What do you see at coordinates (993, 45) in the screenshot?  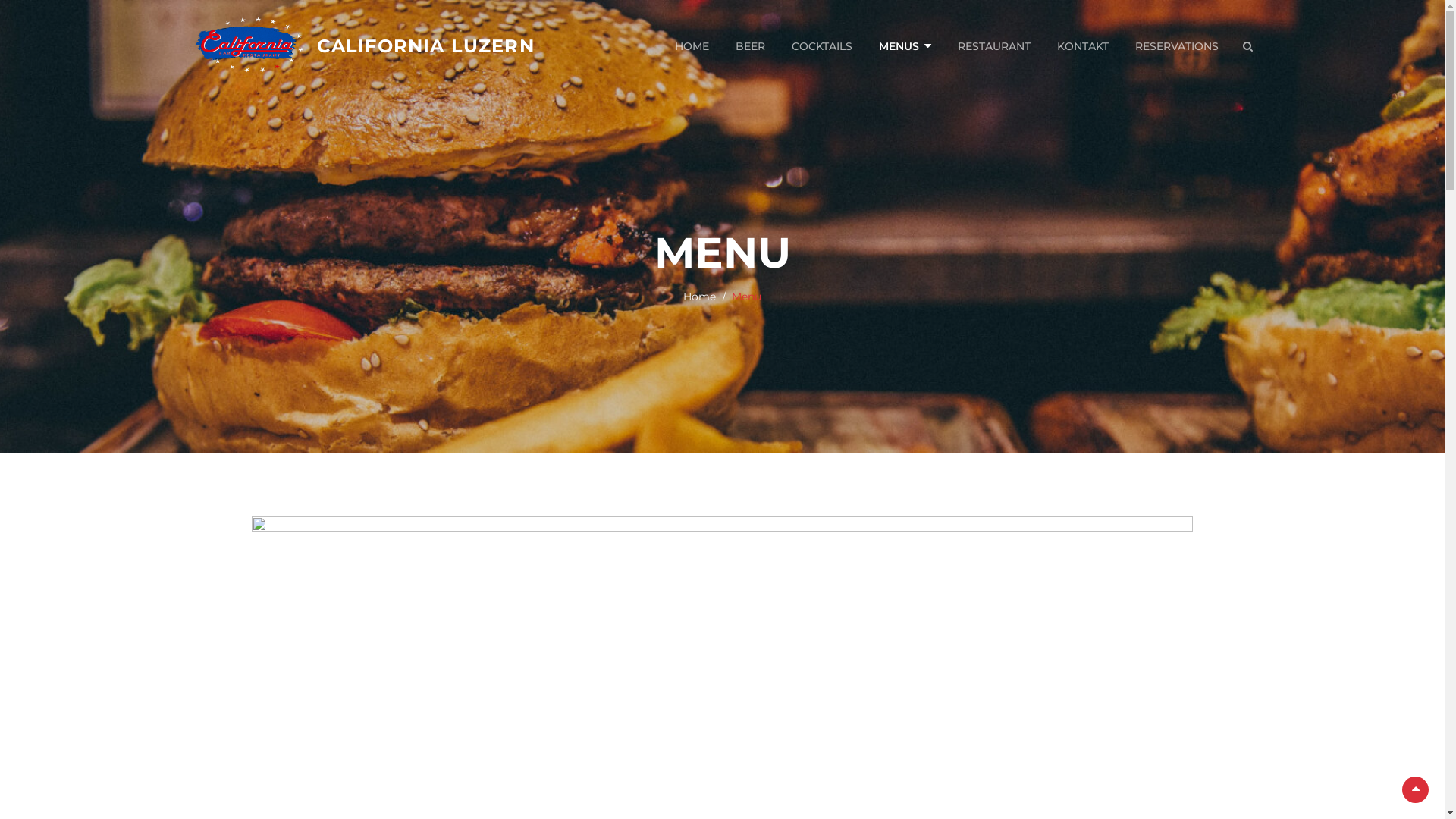 I see `'RESTAURANT'` at bounding box center [993, 45].